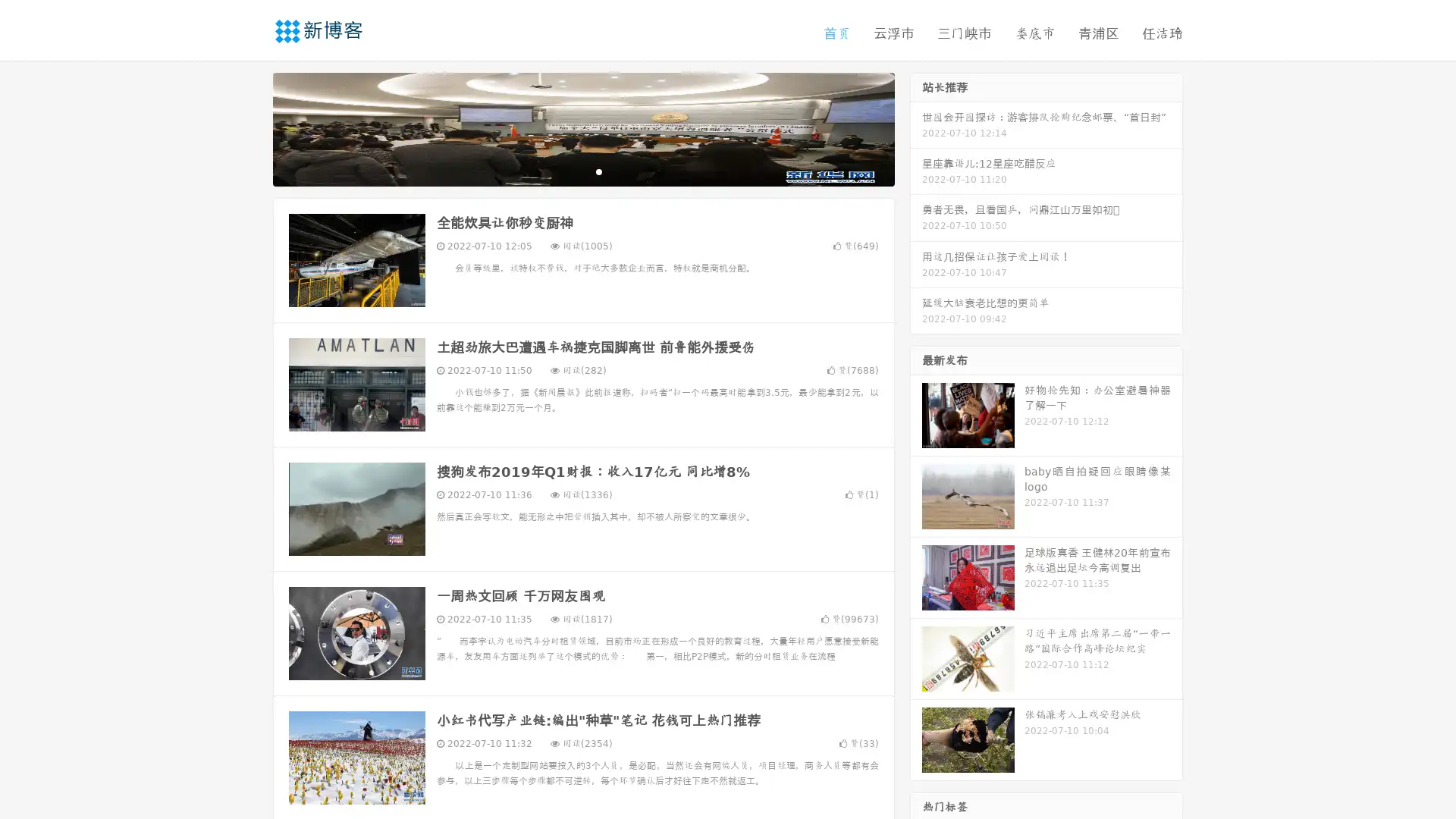 This screenshot has width=1456, height=819. Describe the element at coordinates (916, 127) in the screenshot. I see `Next slide` at that location.